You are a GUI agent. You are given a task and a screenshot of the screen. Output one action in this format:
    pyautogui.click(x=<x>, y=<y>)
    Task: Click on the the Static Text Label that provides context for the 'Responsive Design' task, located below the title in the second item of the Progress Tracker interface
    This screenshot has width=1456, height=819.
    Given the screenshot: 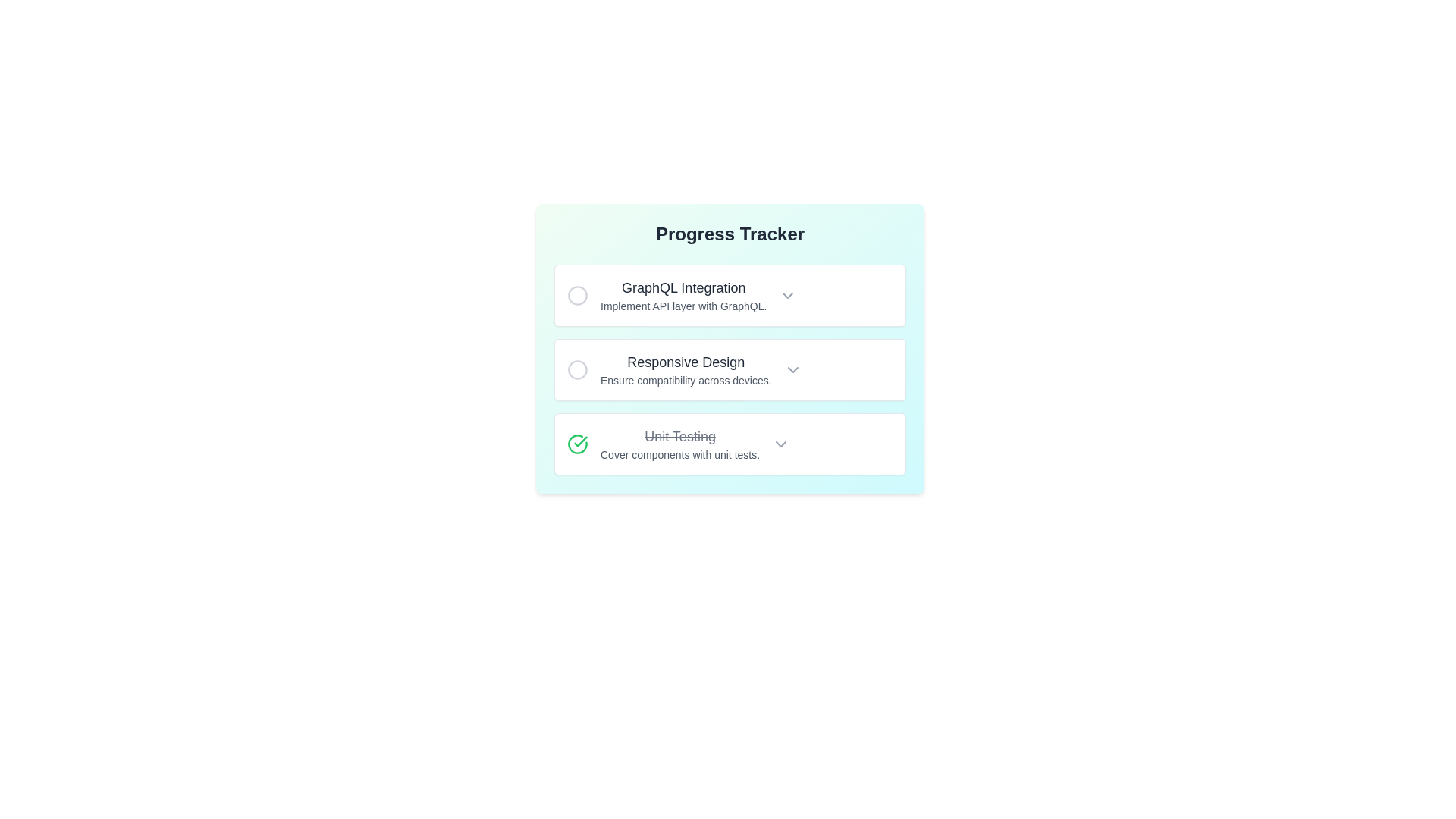 What is the action you would take?
    pyautogui.click(x=685, y=379)
    